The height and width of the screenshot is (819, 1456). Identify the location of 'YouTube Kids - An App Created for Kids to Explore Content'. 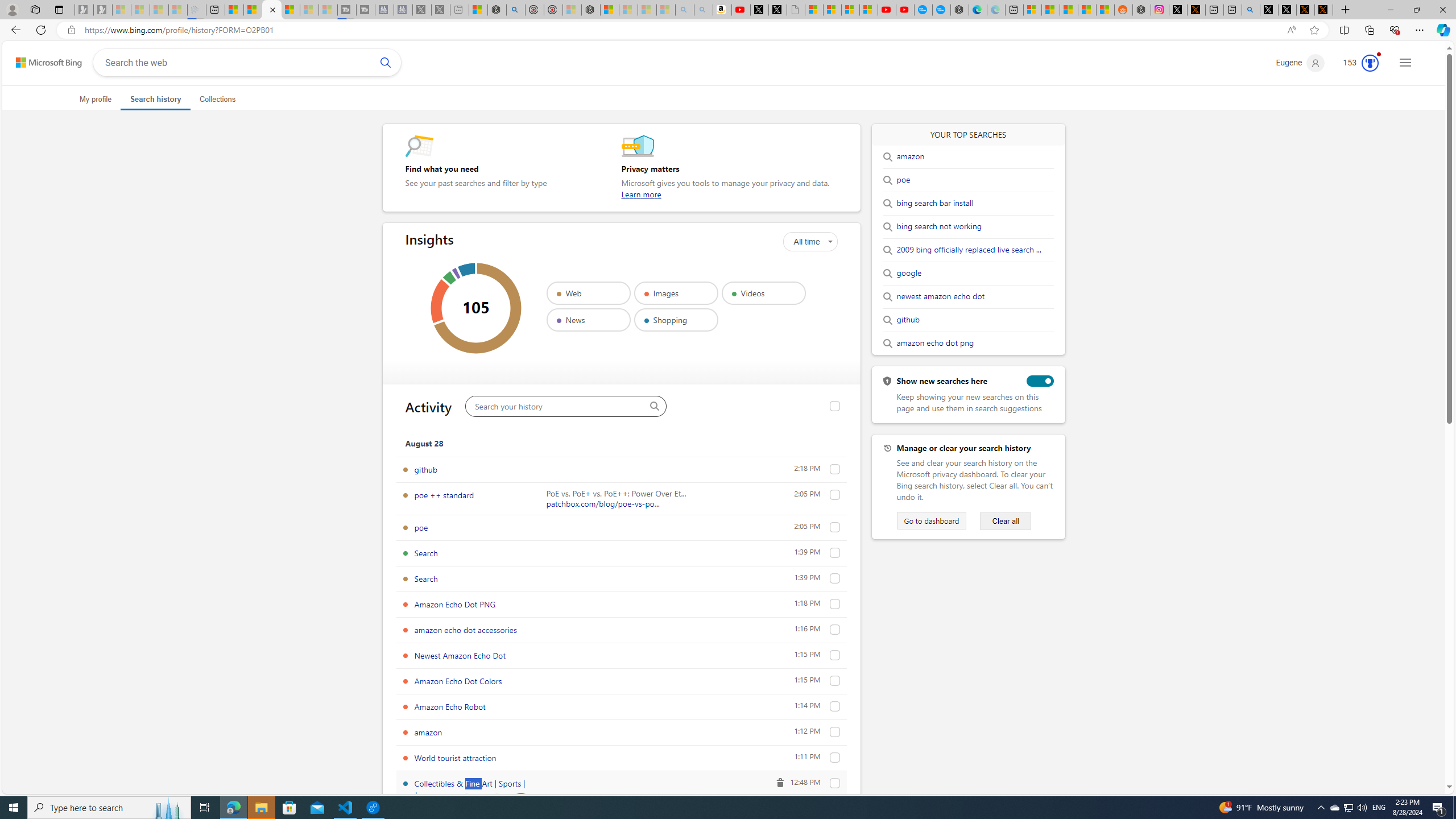
(904, 9).